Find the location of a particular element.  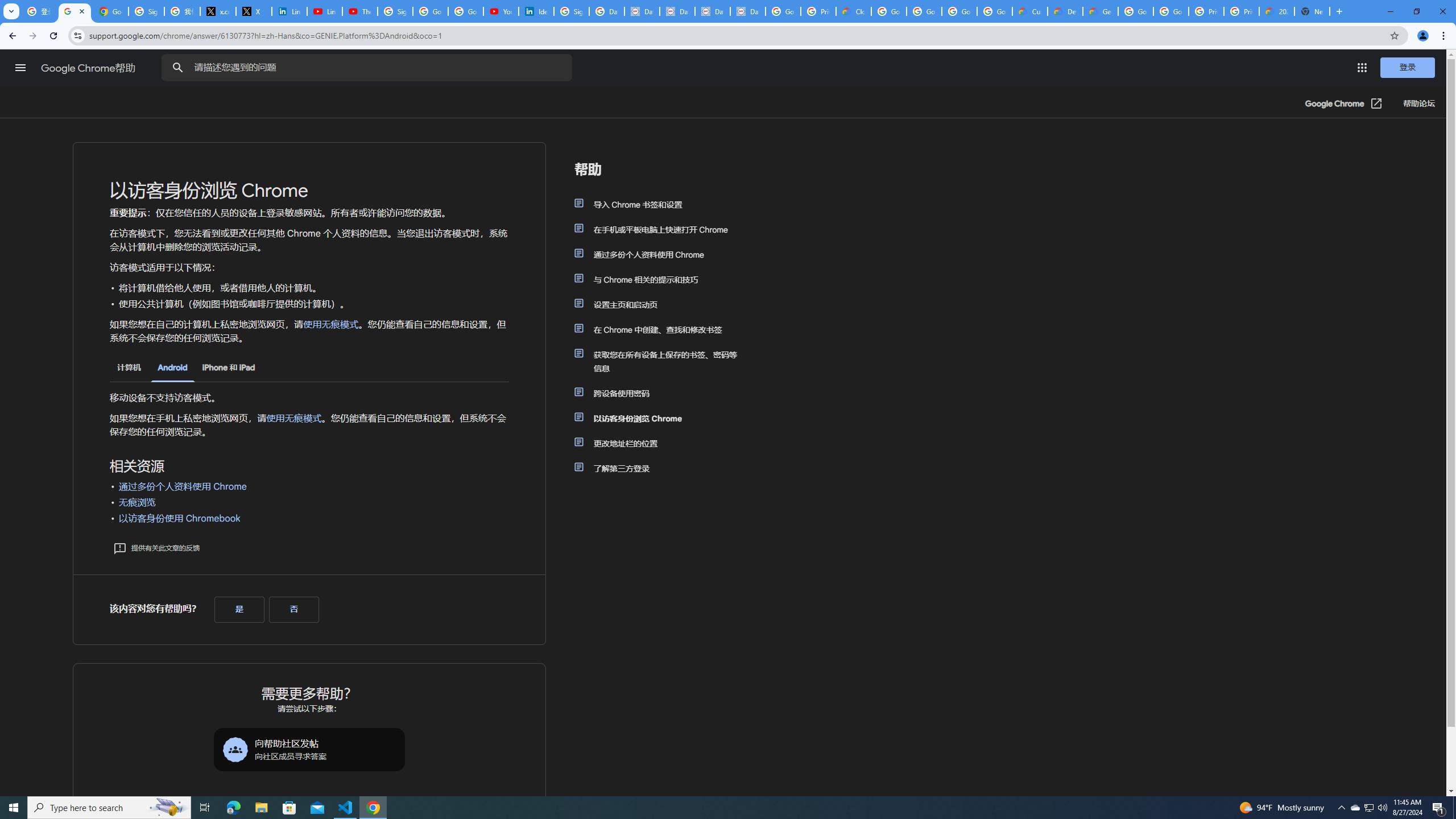

'Data Privacy Framework' is located at coordinates (712, 11).